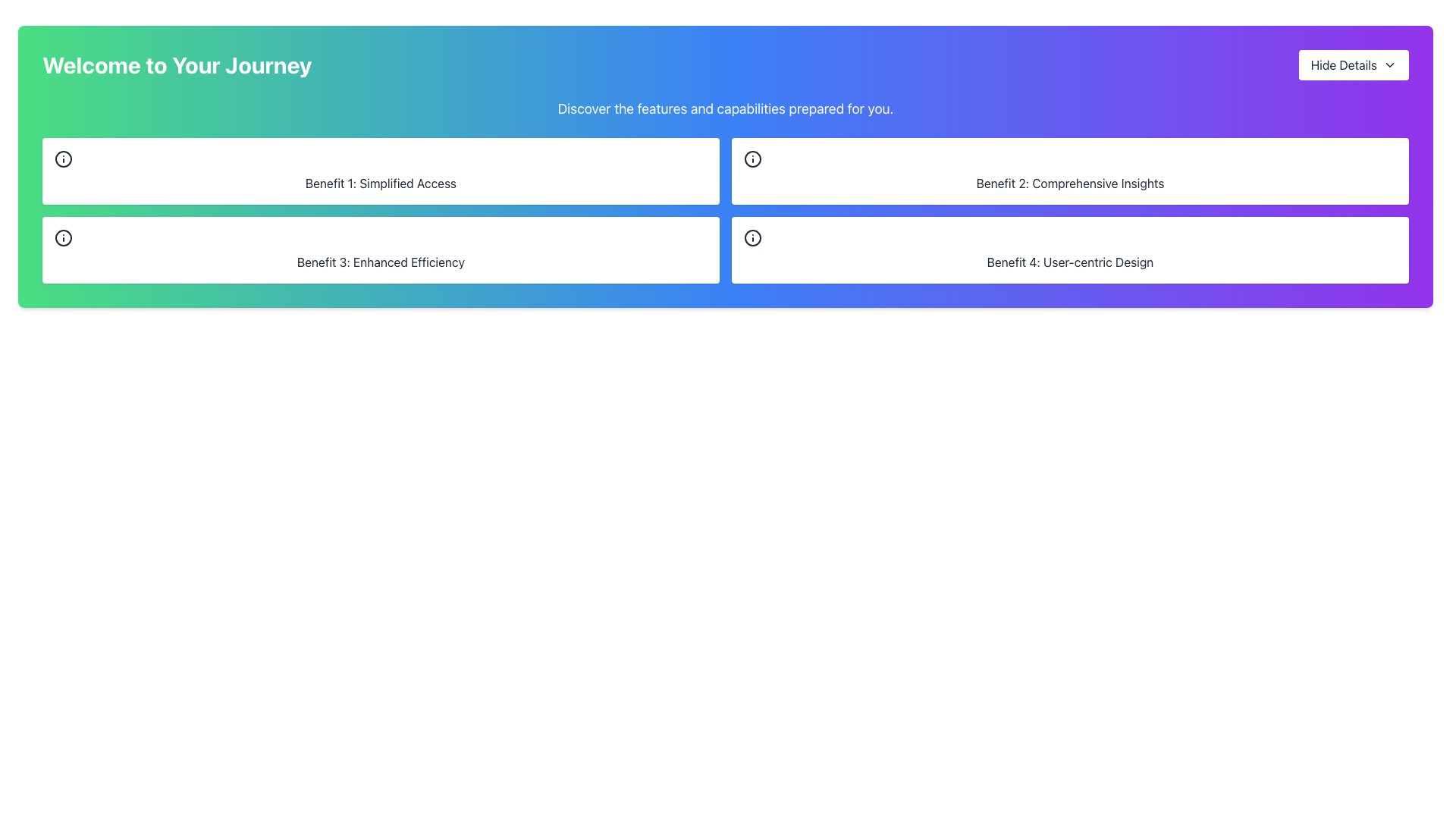 The height and width of the screenshot is (819, 1456). Describe the element at coordinates (381, 171) in the screenshot. I see `the Informational Card element that displays 'Benefit 1: Simplified Access', which is styled with a white background and gray text, located in the upper-left quadrant of the grid layout` at that location.